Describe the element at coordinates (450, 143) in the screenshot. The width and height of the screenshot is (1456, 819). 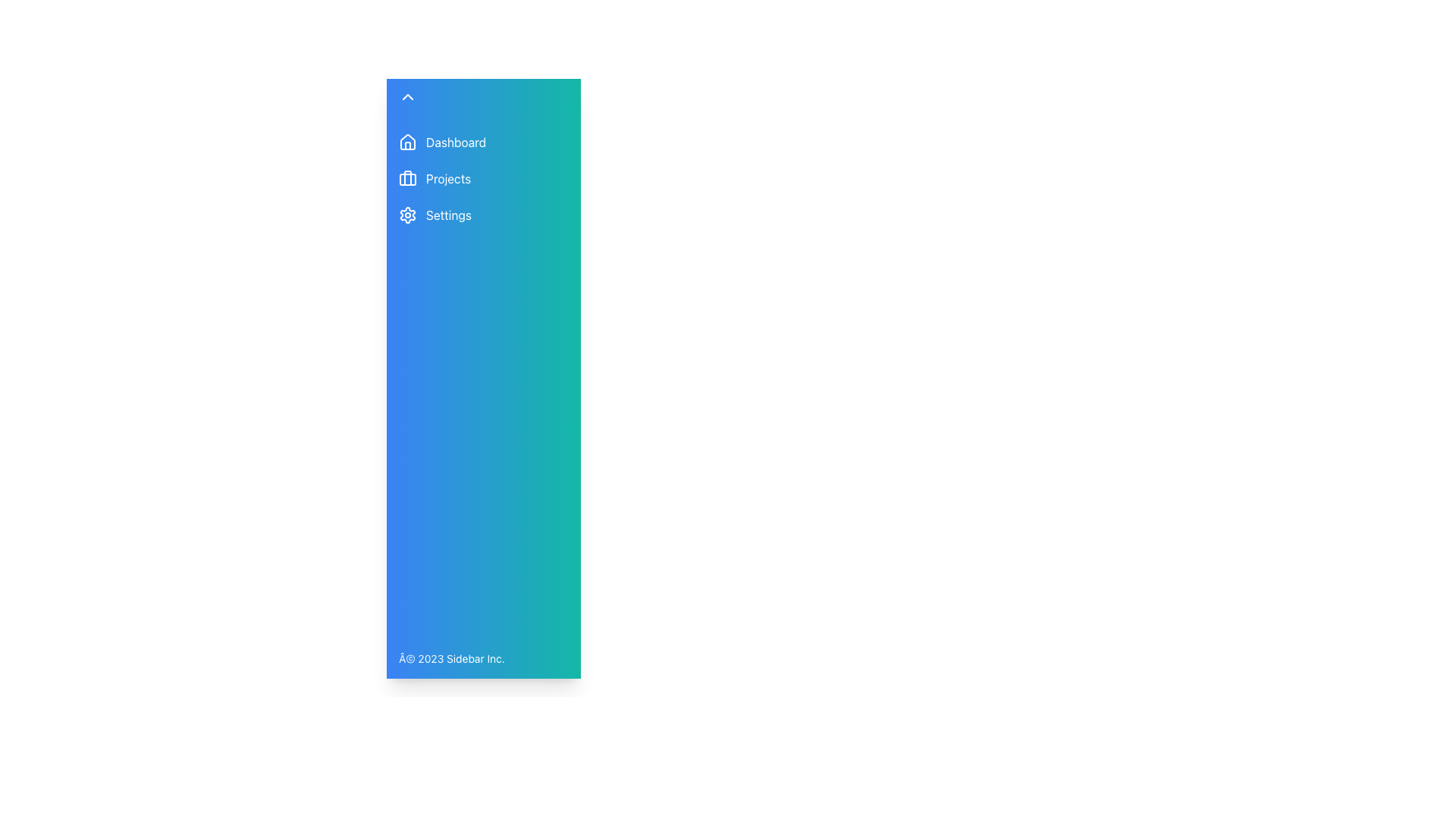
I see `the Navigation Link at the top of the vertical navigation bar` at that location.